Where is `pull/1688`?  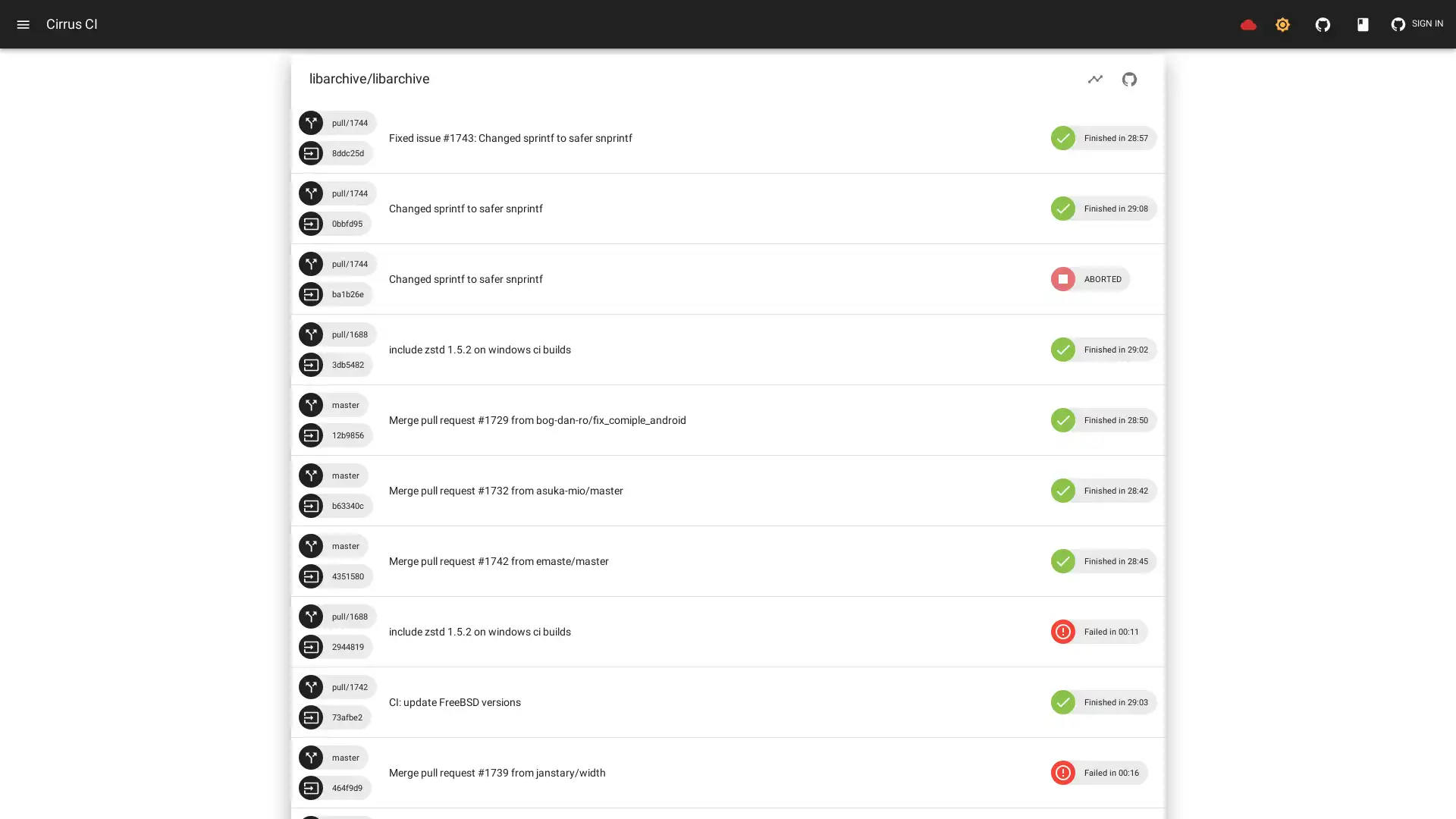 pull/1688 is located at coordinates (337, 617).